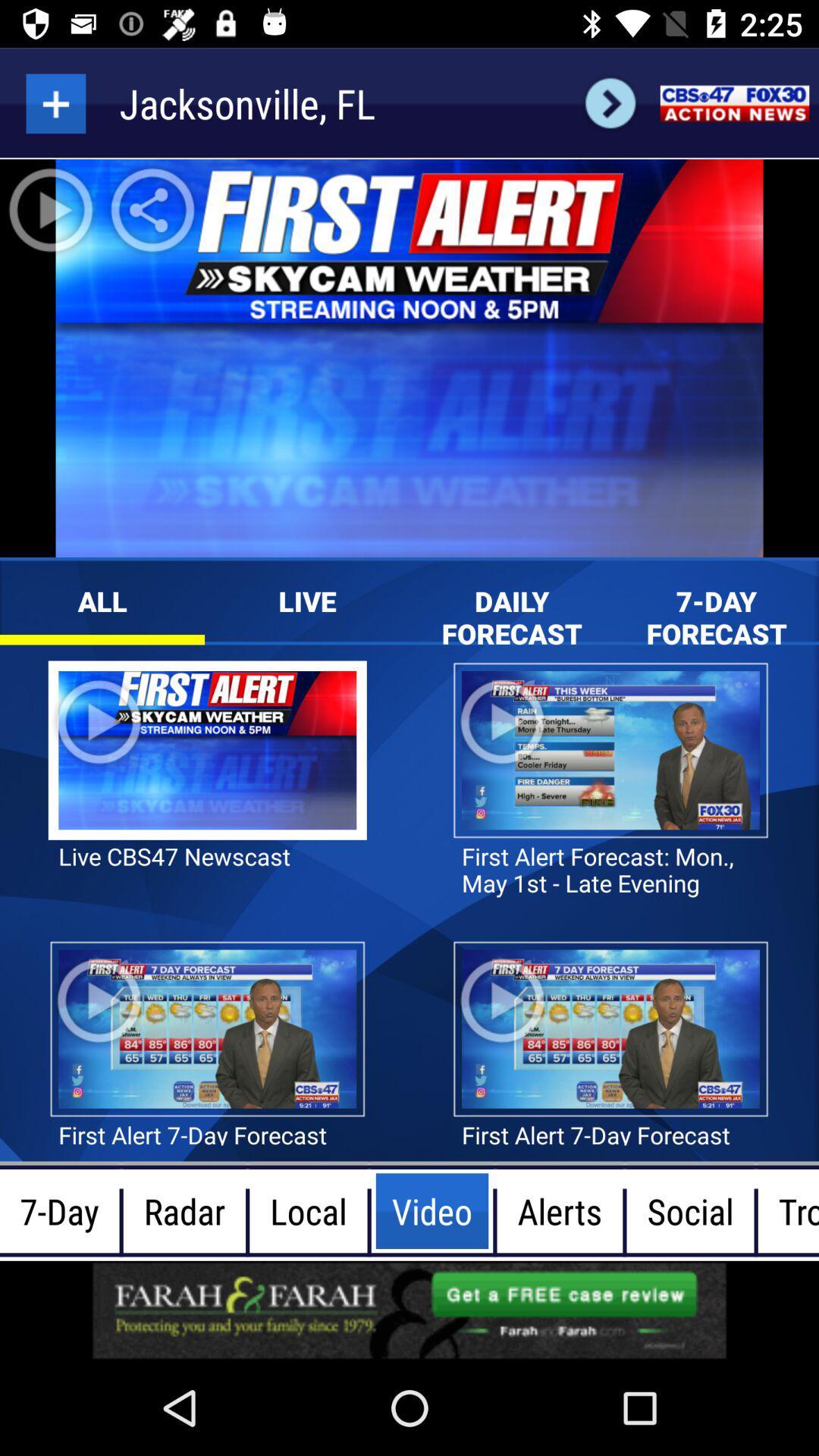 The width and height of the screenshot is (819, 1456). Describe the element at coordinates (610, 102) in the screenshot. I see `go forward` at that location.